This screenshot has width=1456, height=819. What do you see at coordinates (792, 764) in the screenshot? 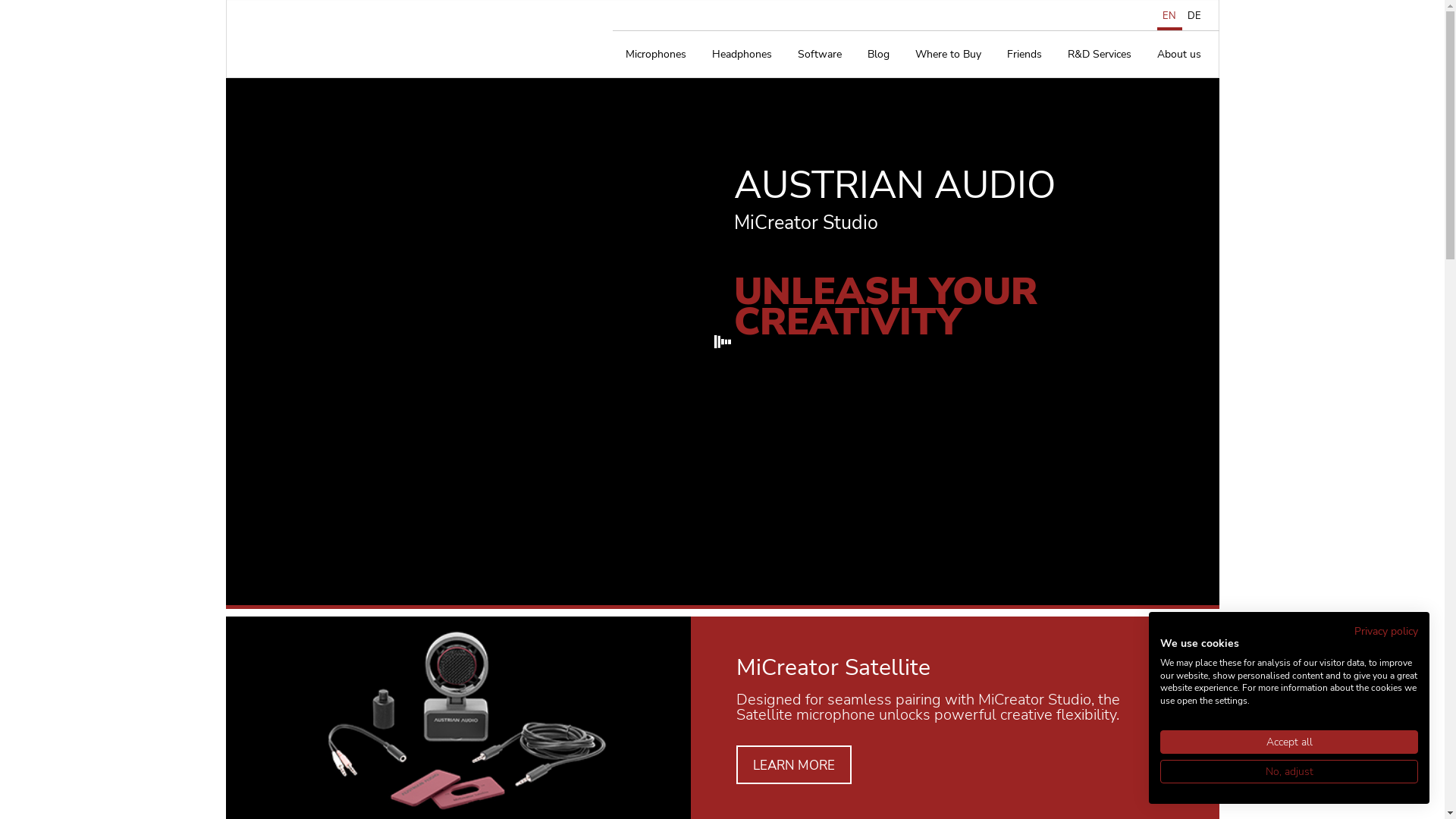
I see `'LEARN MORE'` at bounding box center [792, 764].